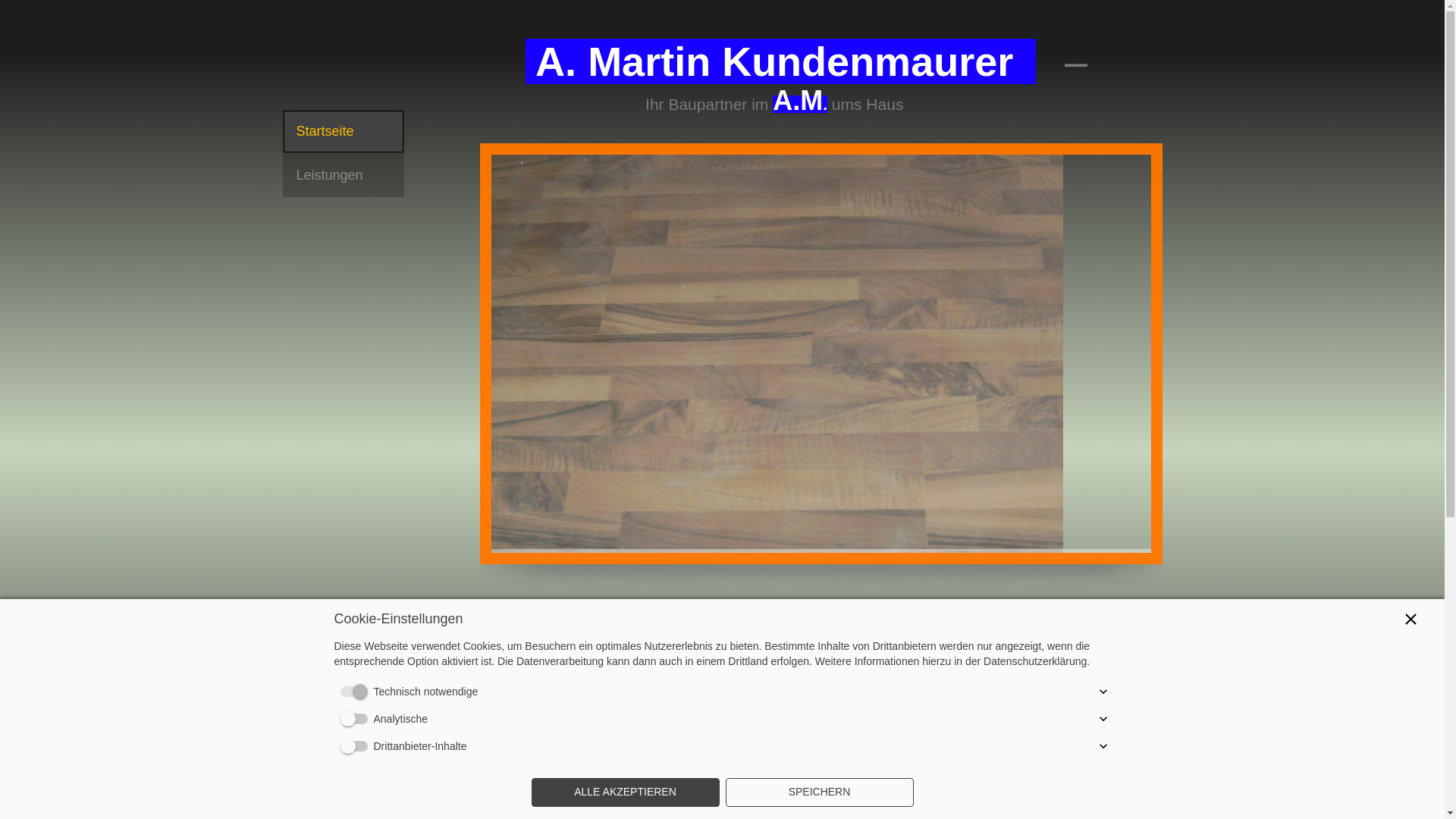 This screenshot has width=1456, height=819. What do you see at coordinates (341, 130) in the screenshot?
I see `'Startseite'` at bounding box center [341, 130].